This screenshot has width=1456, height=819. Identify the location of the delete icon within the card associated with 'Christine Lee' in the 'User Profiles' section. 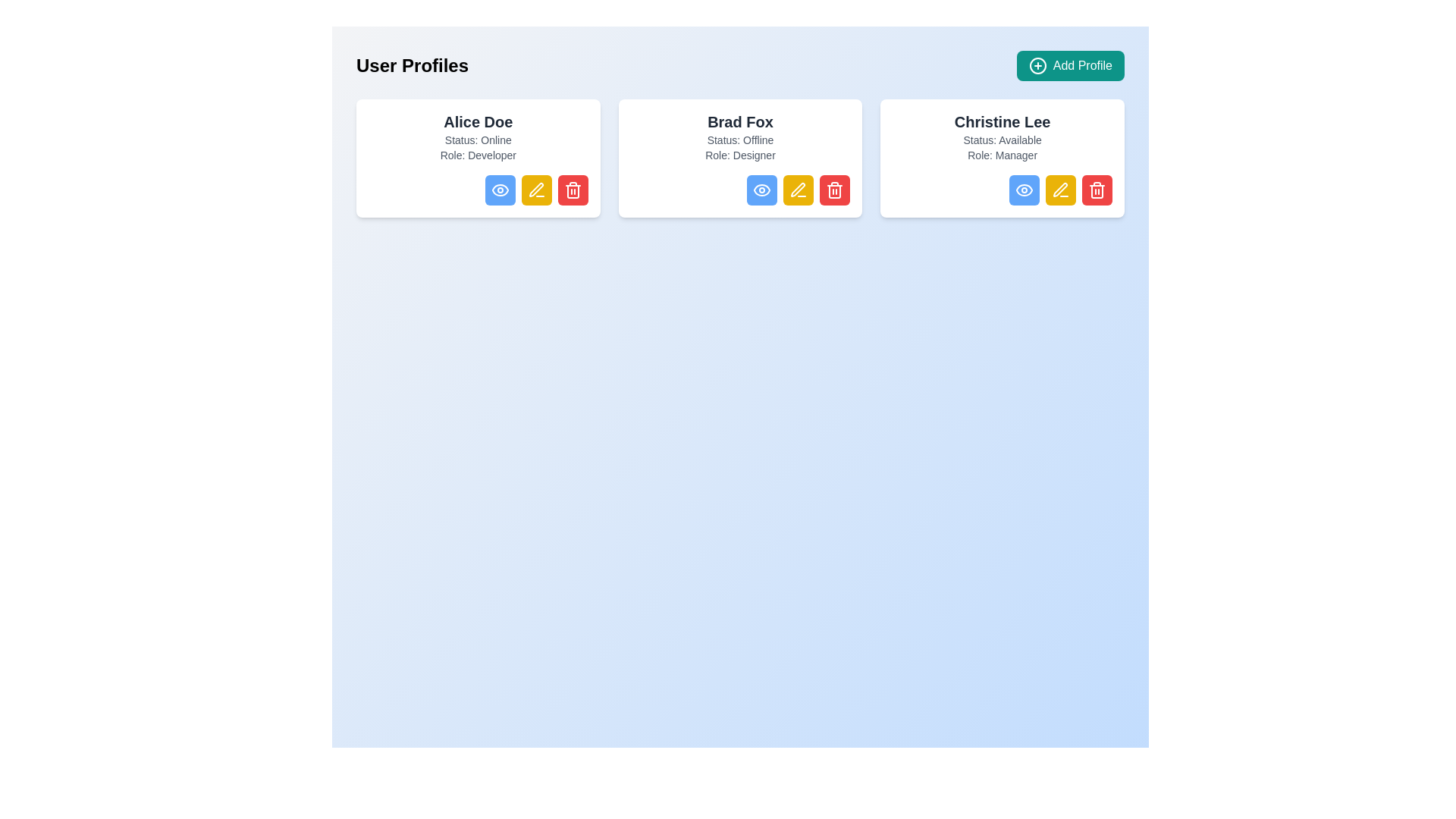
(1097, 189).